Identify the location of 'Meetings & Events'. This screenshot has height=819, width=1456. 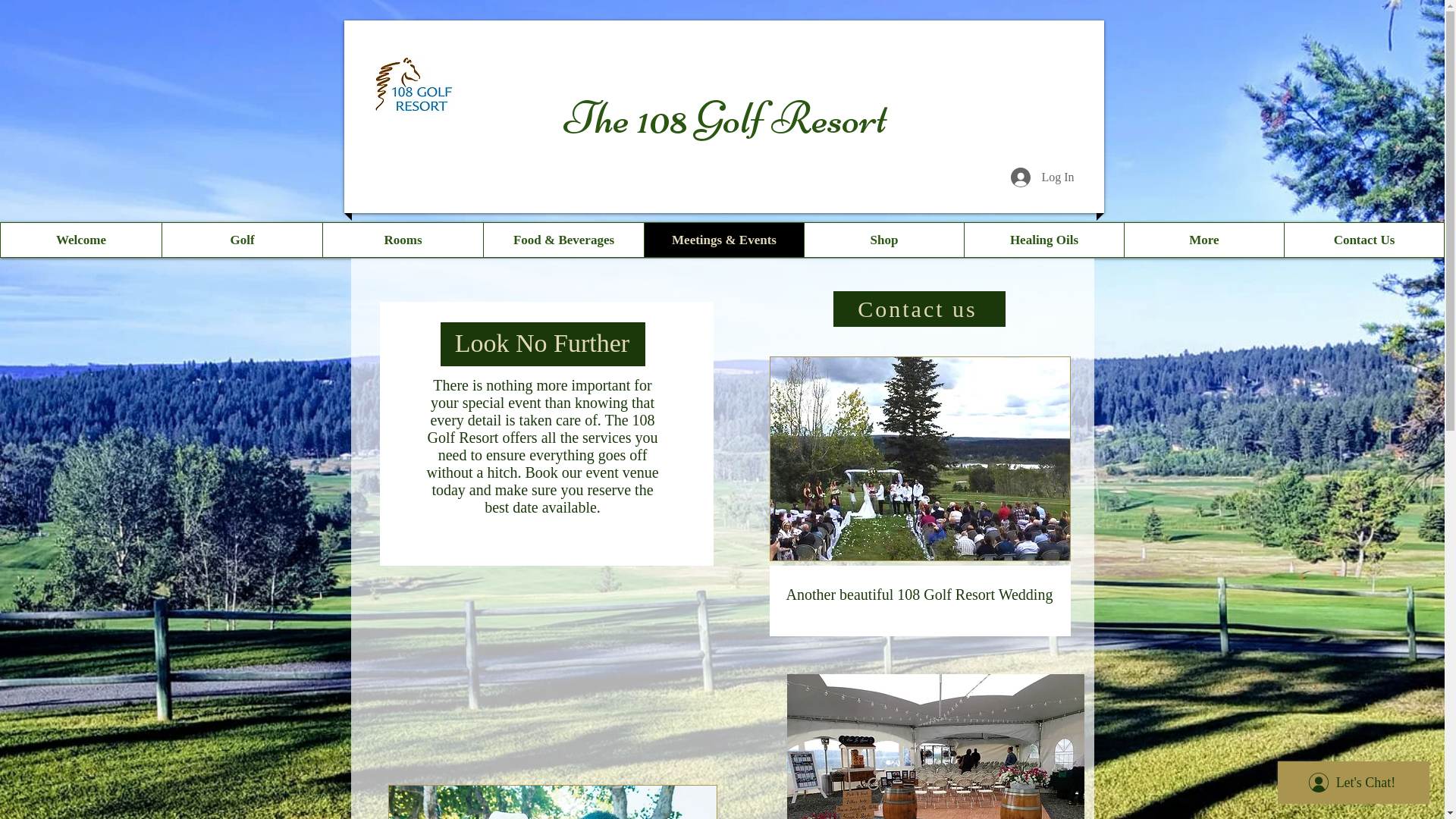
(723, 239).